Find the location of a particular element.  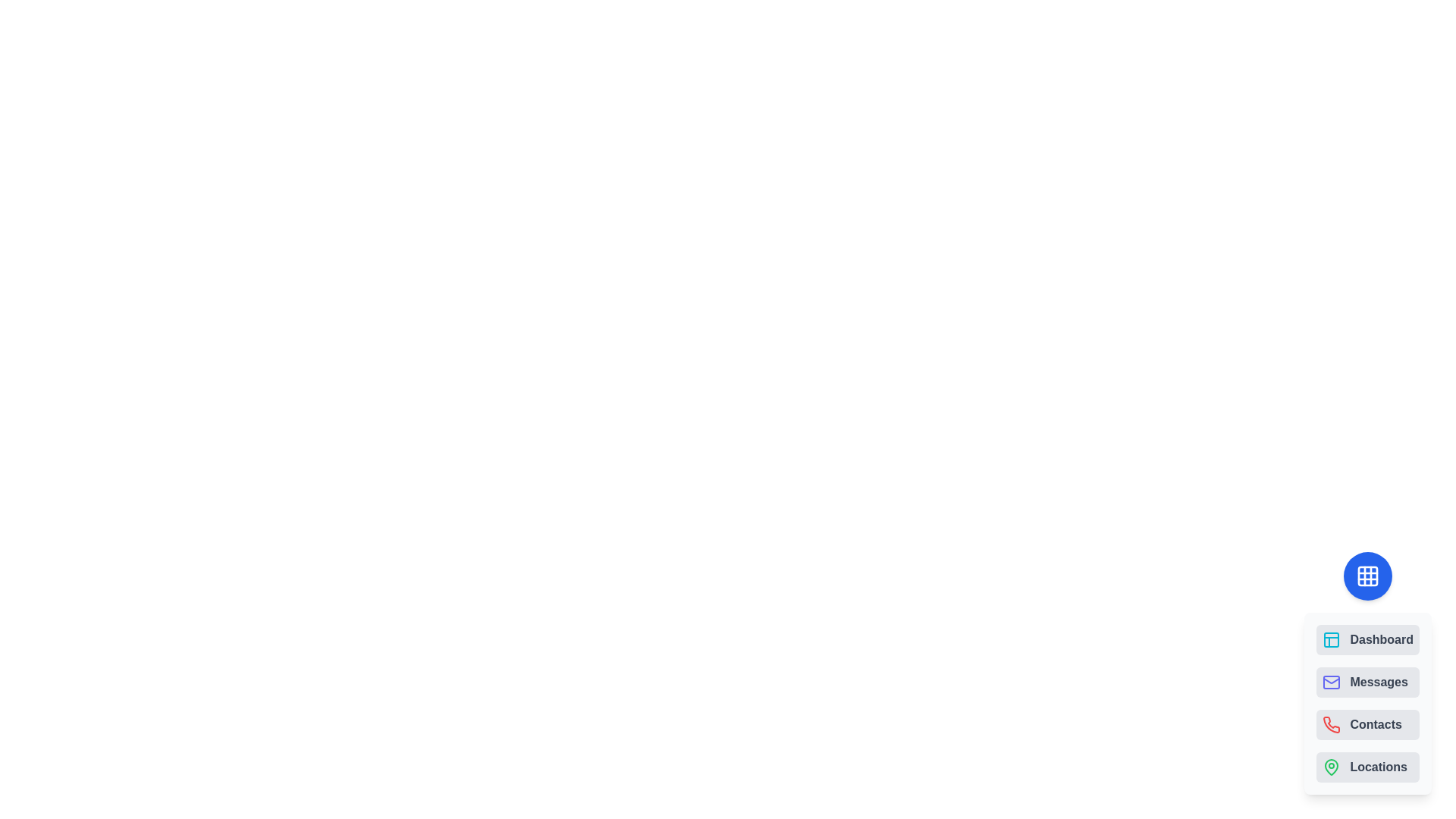

the button labeled Dashboard to observe visual feedback is located at coordinates (1368, 640).